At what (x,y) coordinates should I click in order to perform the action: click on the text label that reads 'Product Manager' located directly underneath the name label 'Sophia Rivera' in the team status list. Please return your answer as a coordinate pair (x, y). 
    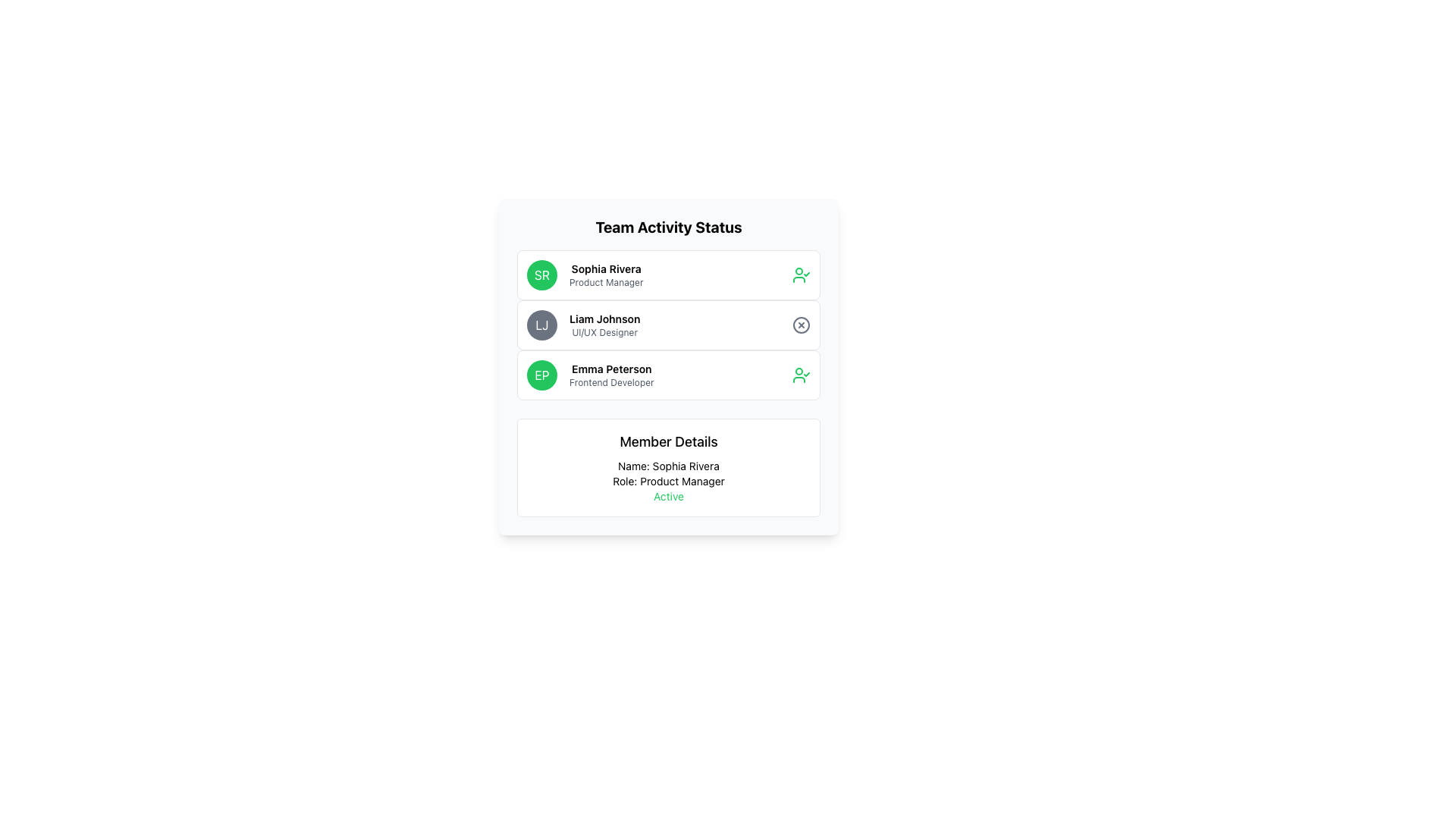
    Looking at the image, I should click on (605, 283).